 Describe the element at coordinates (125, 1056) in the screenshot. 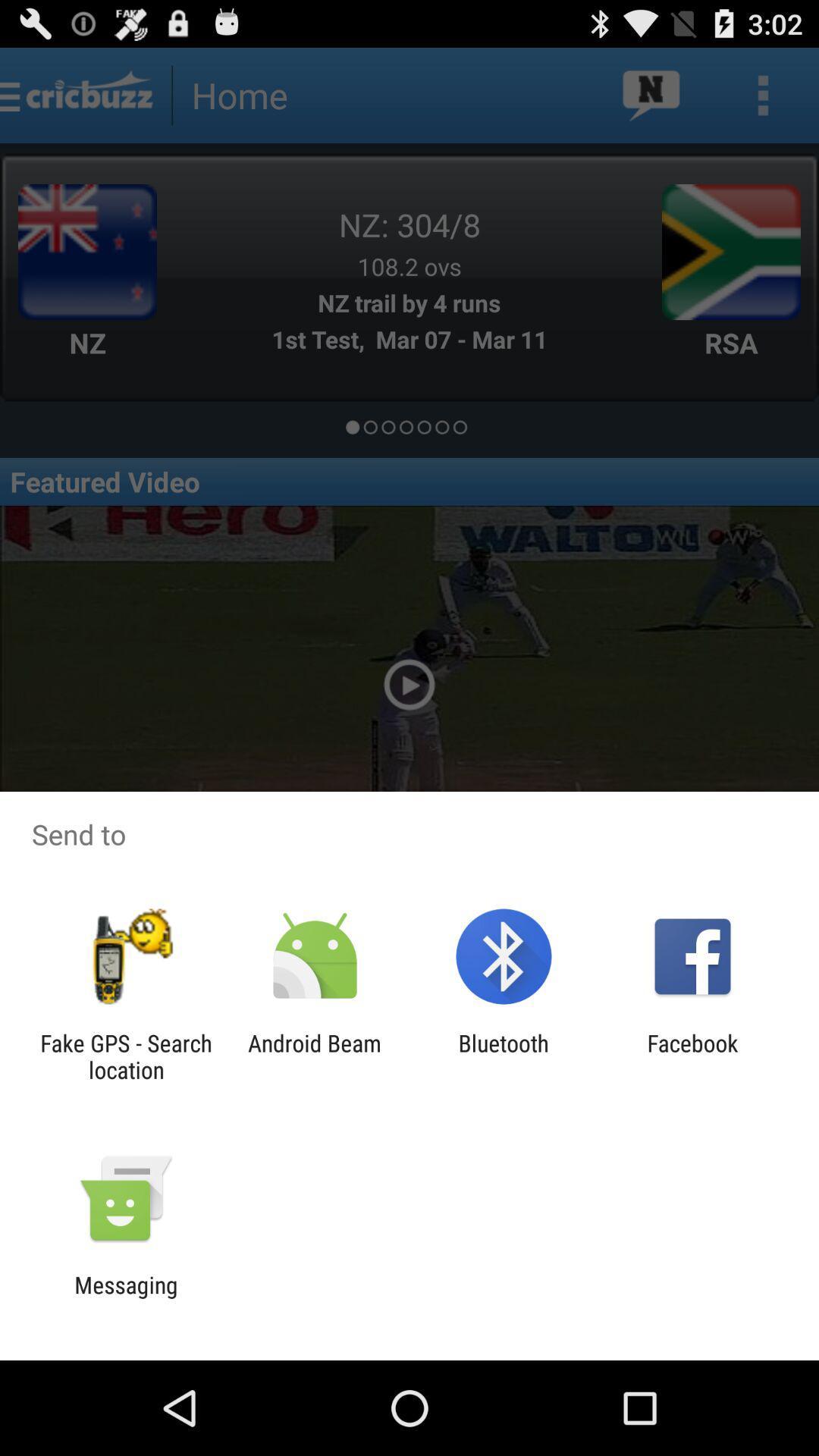

I see `the fake gps search item` at that location.